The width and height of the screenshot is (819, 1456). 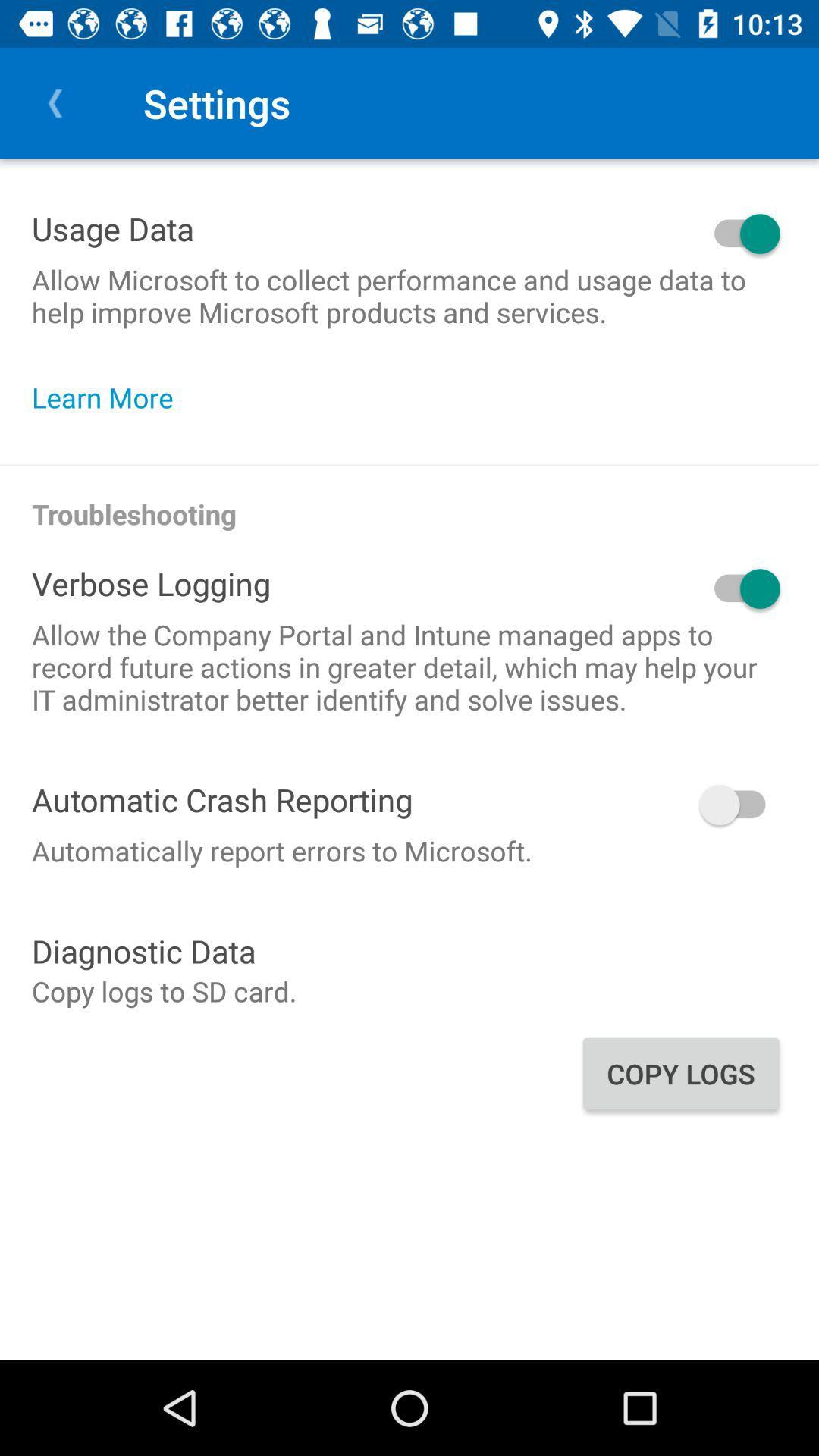 I want to click on learn more, so click(x=109, y=397).